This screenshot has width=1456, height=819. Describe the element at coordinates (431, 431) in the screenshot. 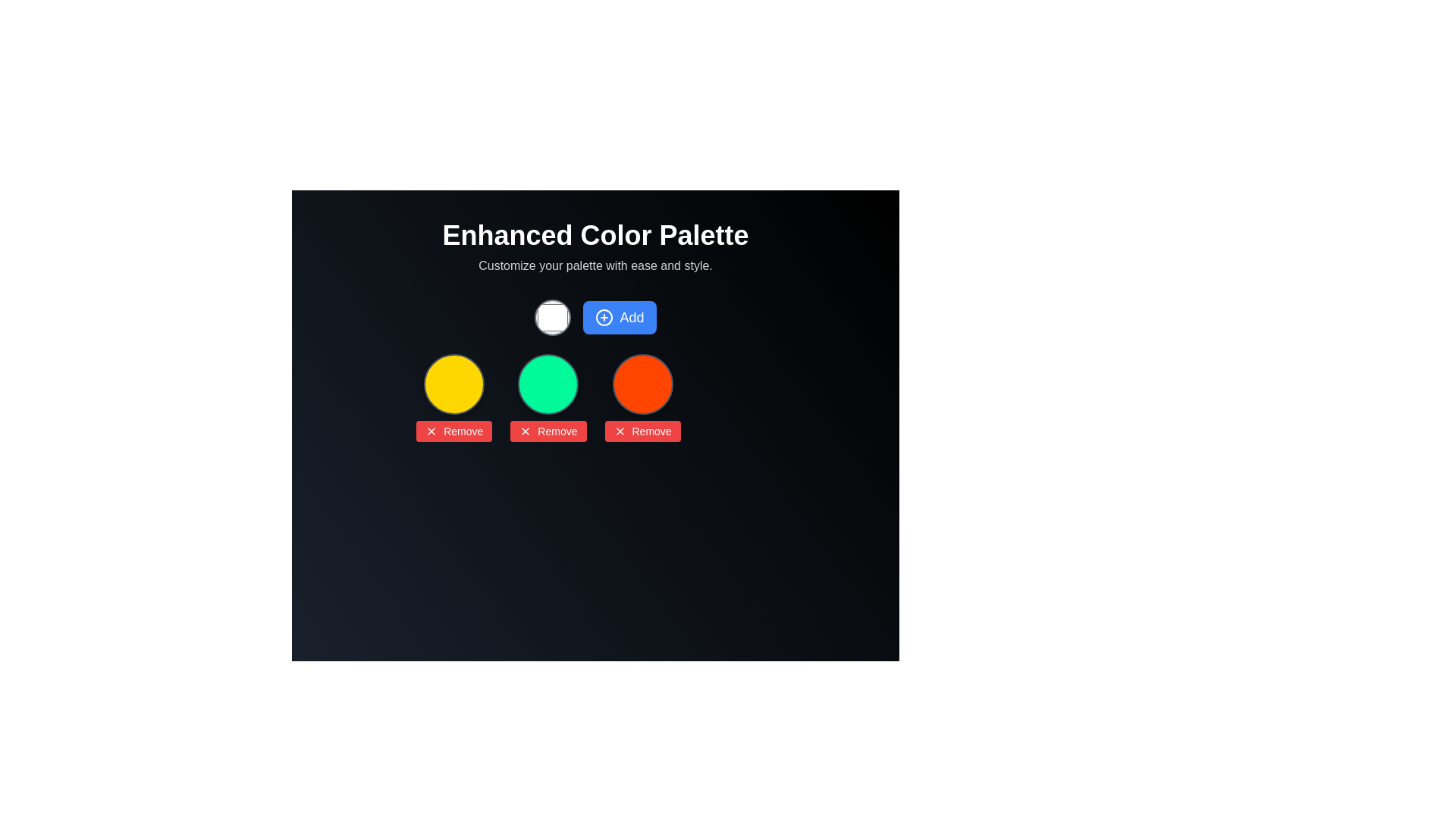

I see `the icon within the 'Remove' button` at that location.